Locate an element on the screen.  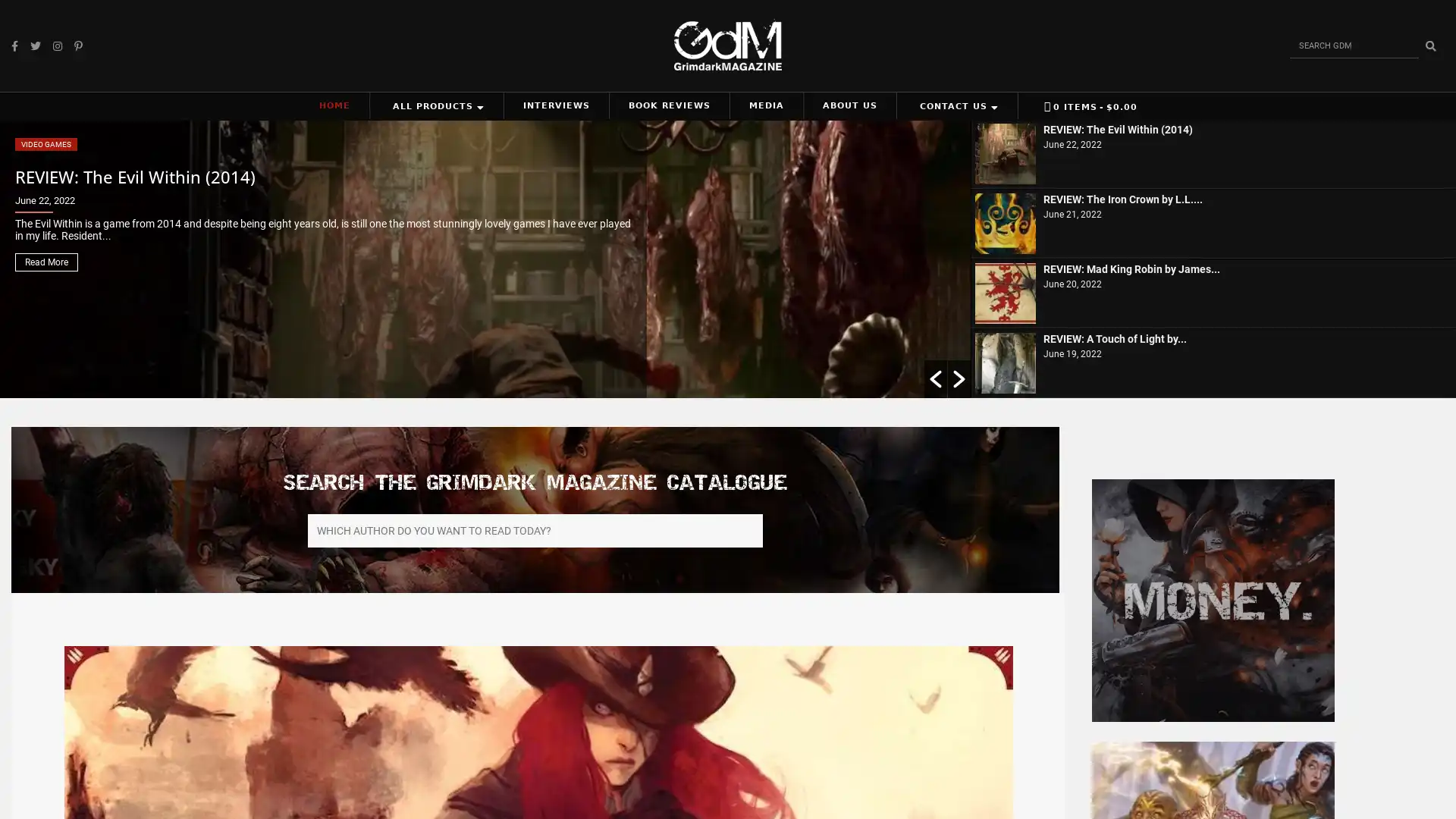
Search is located at coordinates (1429, 45).